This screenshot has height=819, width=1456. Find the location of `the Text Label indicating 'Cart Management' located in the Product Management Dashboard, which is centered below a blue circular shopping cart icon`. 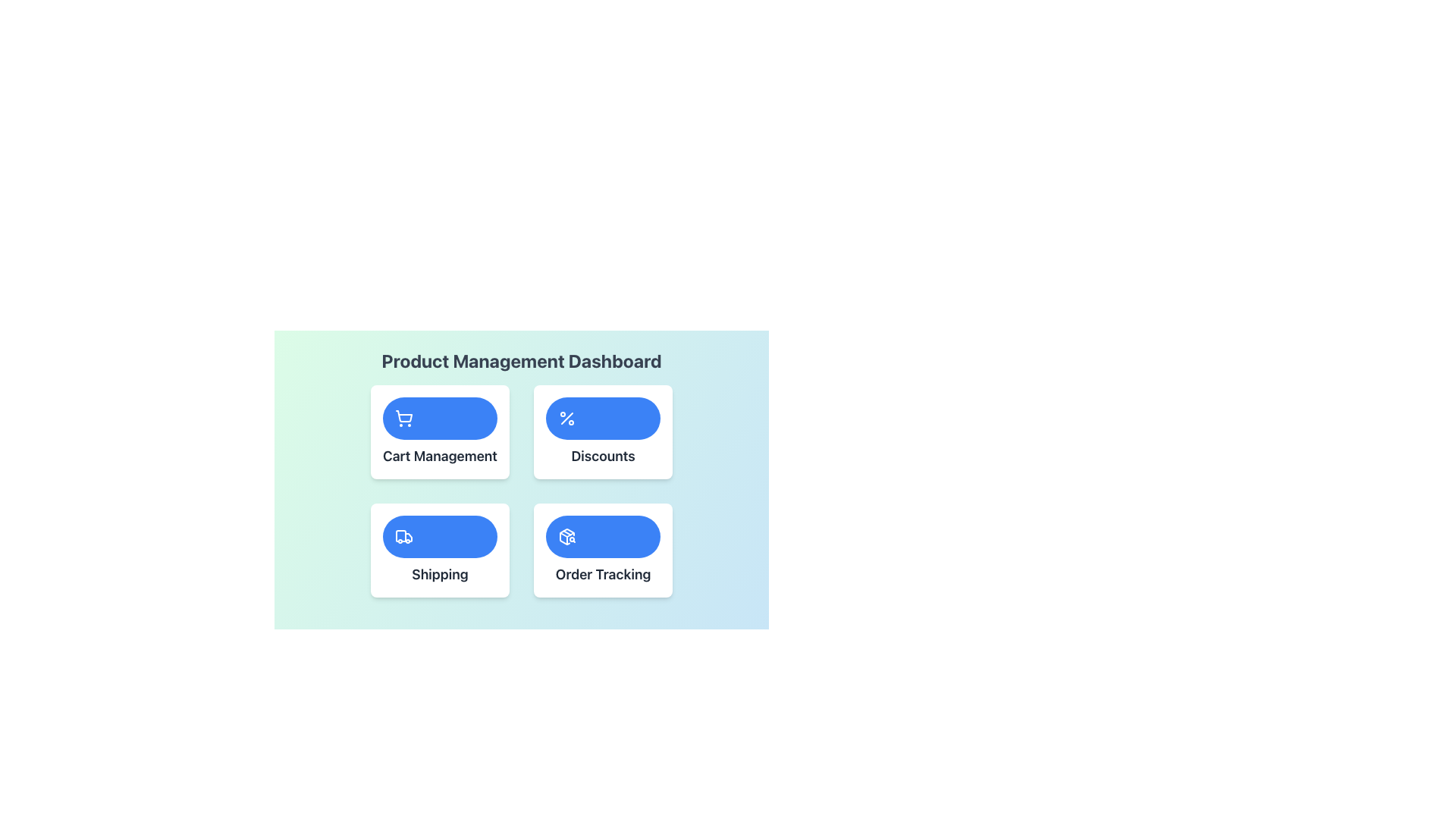

the Text Label indicating 'Cart Management' located in the Product Management Dashboard, which is centered below a blue circular shopping cart icon is located at coordinates (439, 455).